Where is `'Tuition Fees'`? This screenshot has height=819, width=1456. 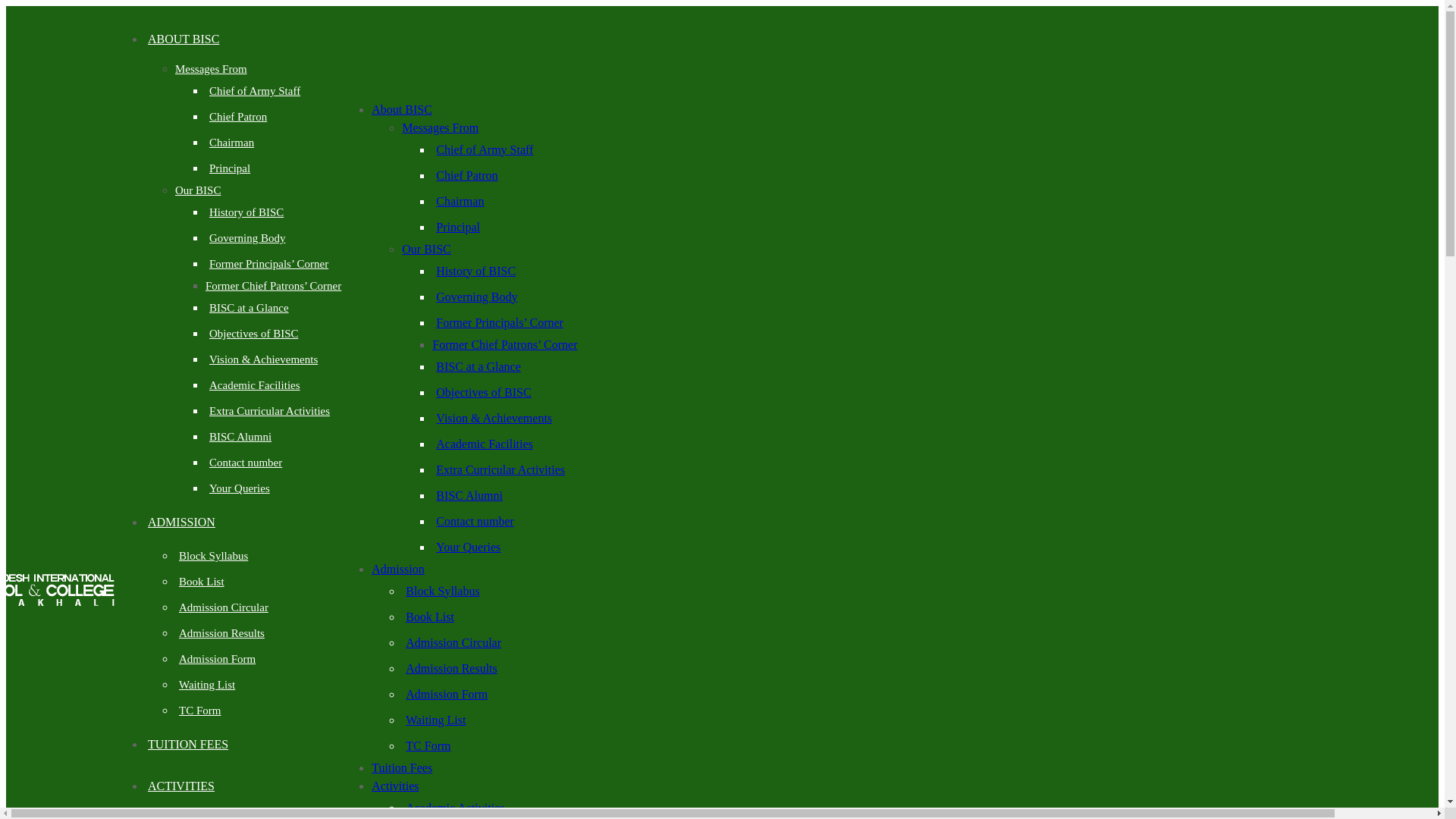
'Tuition Fees' is located at coordinates (401, 767).